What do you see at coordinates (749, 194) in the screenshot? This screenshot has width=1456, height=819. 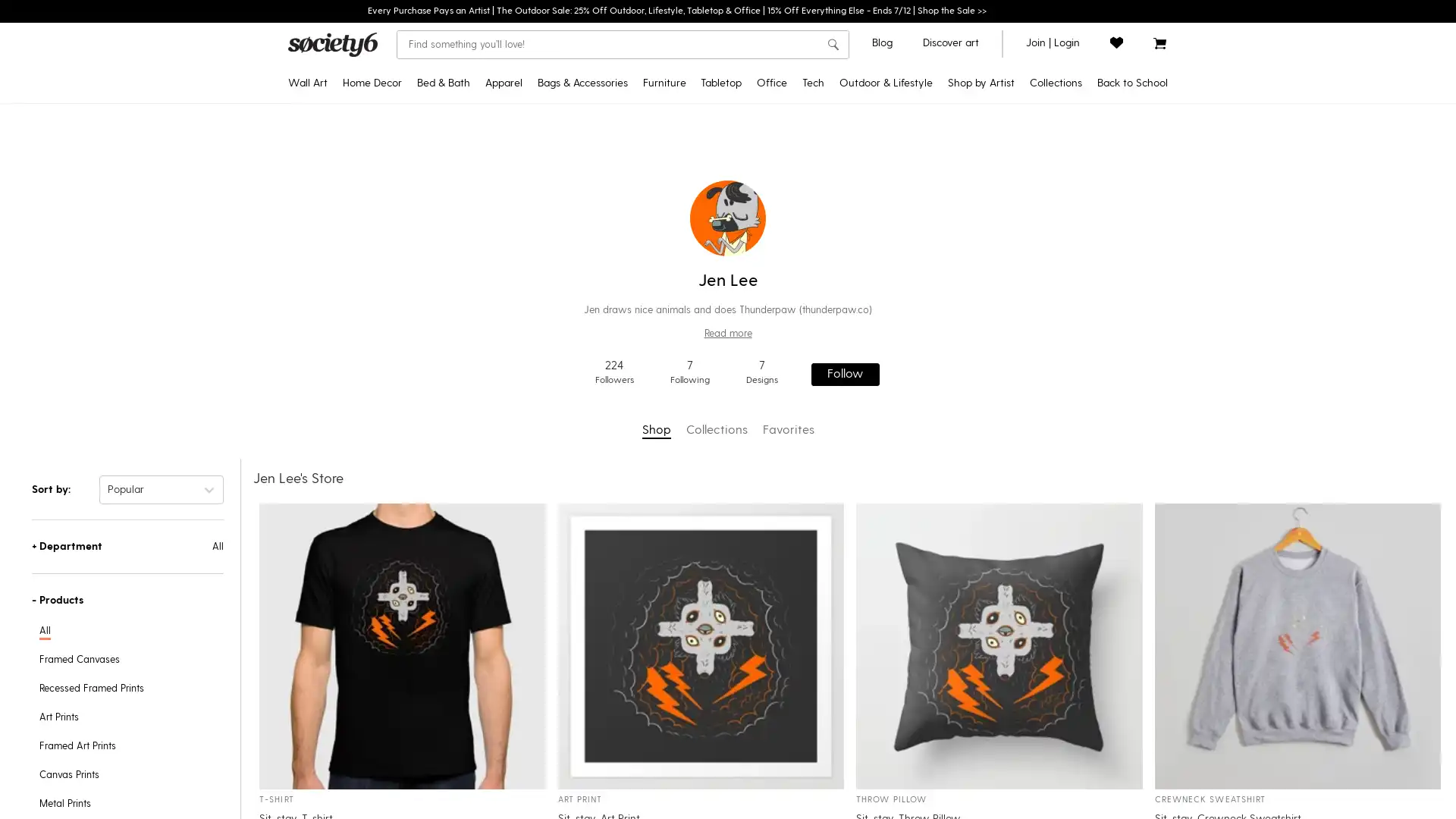 I see `Table Runners` at bounding box center [749, 194].